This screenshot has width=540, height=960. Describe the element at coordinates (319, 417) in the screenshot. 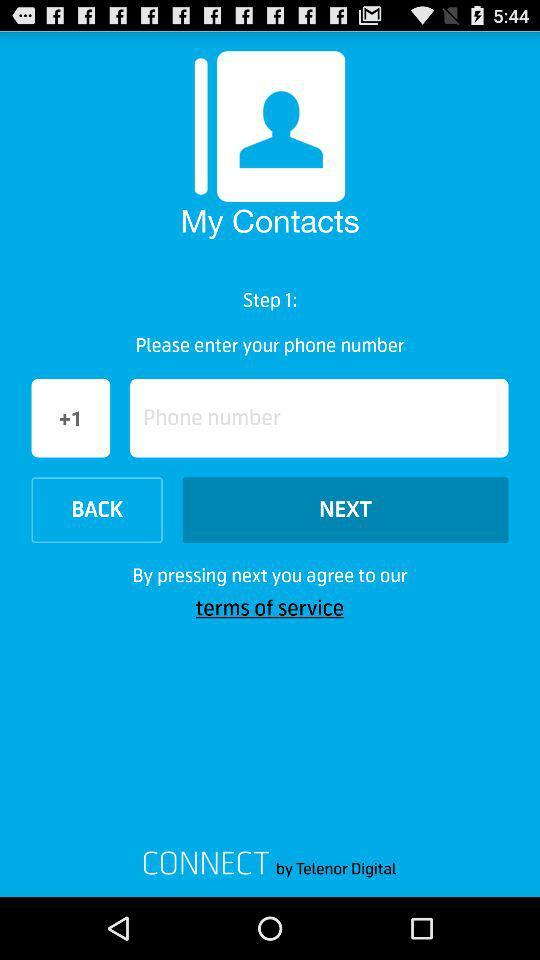

I see `input my phone number` at that location.